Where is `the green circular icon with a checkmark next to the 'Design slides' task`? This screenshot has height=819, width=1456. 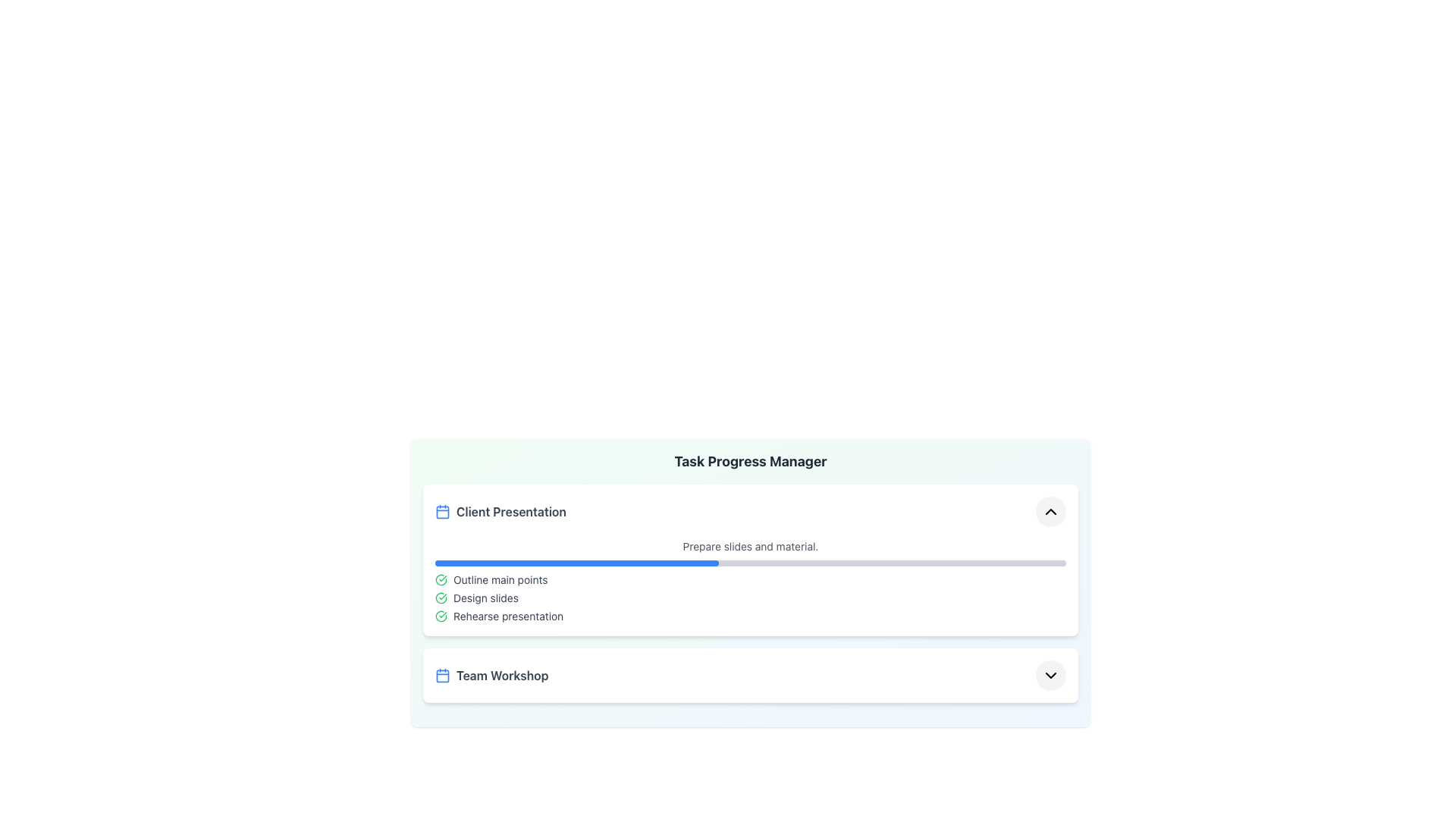
the green circular icon with a checkmark next to the 'Design slides' task is located at coordinates (440, 598).